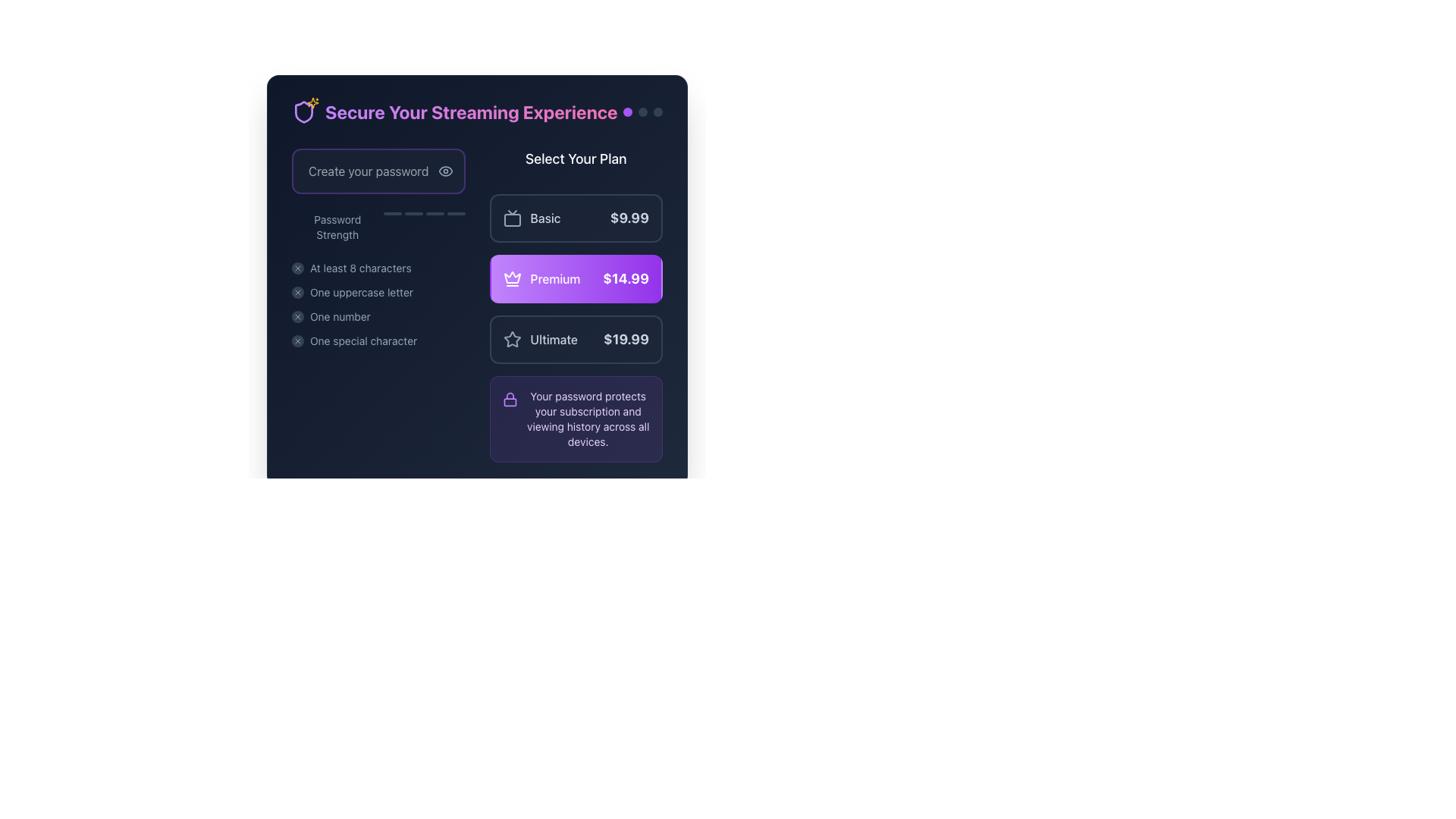 The width and height of the screenshot is (1456, 819). Describe the element at coordinates (512, 220) in the screenshot. I see `the primary rectangular body of the television icon, which is a modern SVG graphic with rounded corners, located in the 'Select Your Plan' section next to the 'Basic $9.99' text option` at that location.